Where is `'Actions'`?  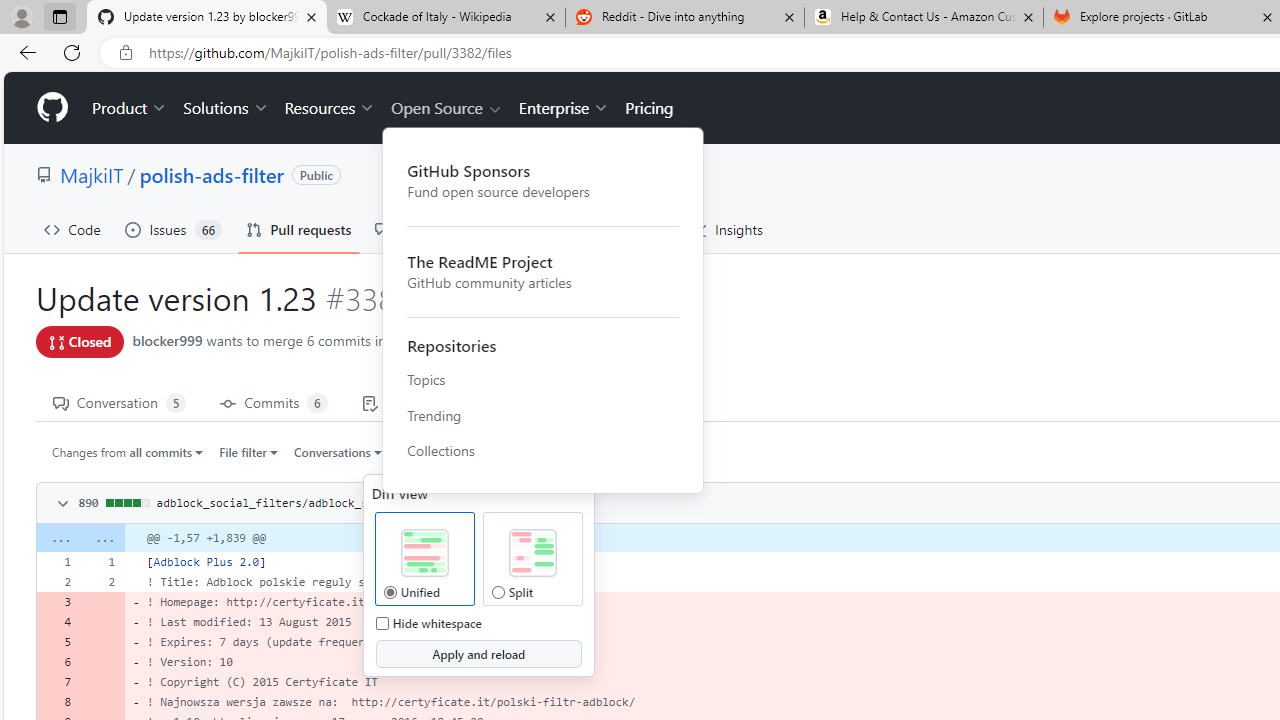
'Actions' is located at coordinates (531, 229).